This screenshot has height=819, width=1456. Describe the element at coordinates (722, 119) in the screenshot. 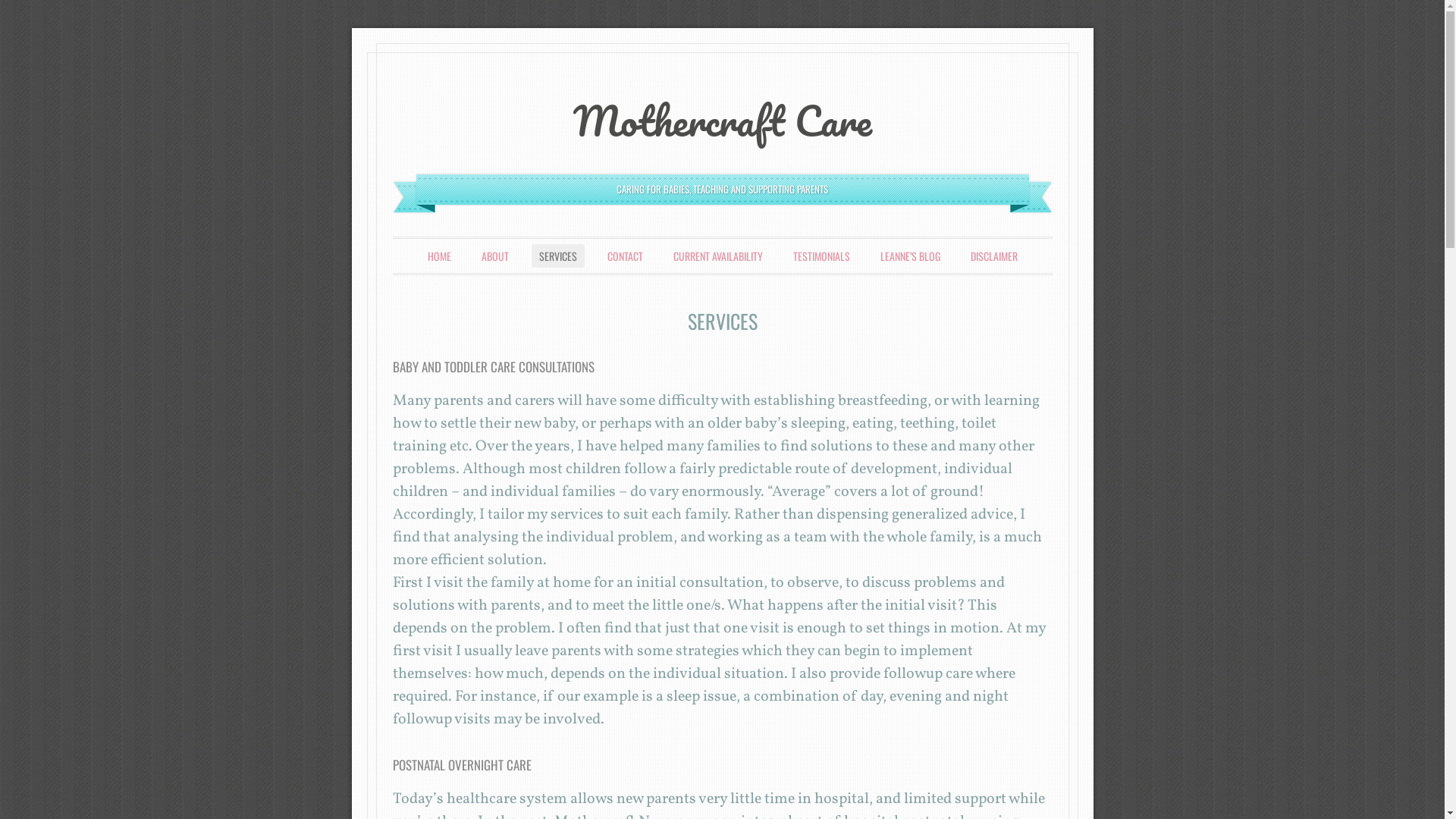

I see `'Mothercraft Care'` at that location.